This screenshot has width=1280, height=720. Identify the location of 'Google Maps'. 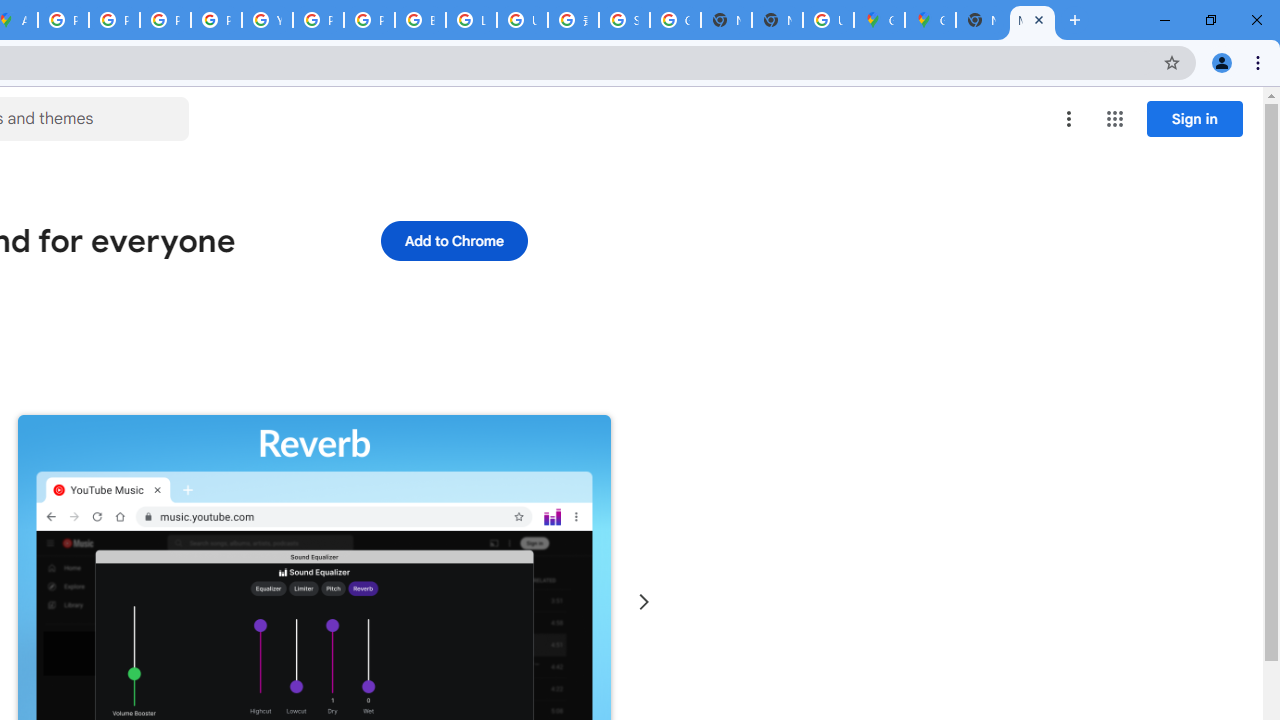
(879, 20).